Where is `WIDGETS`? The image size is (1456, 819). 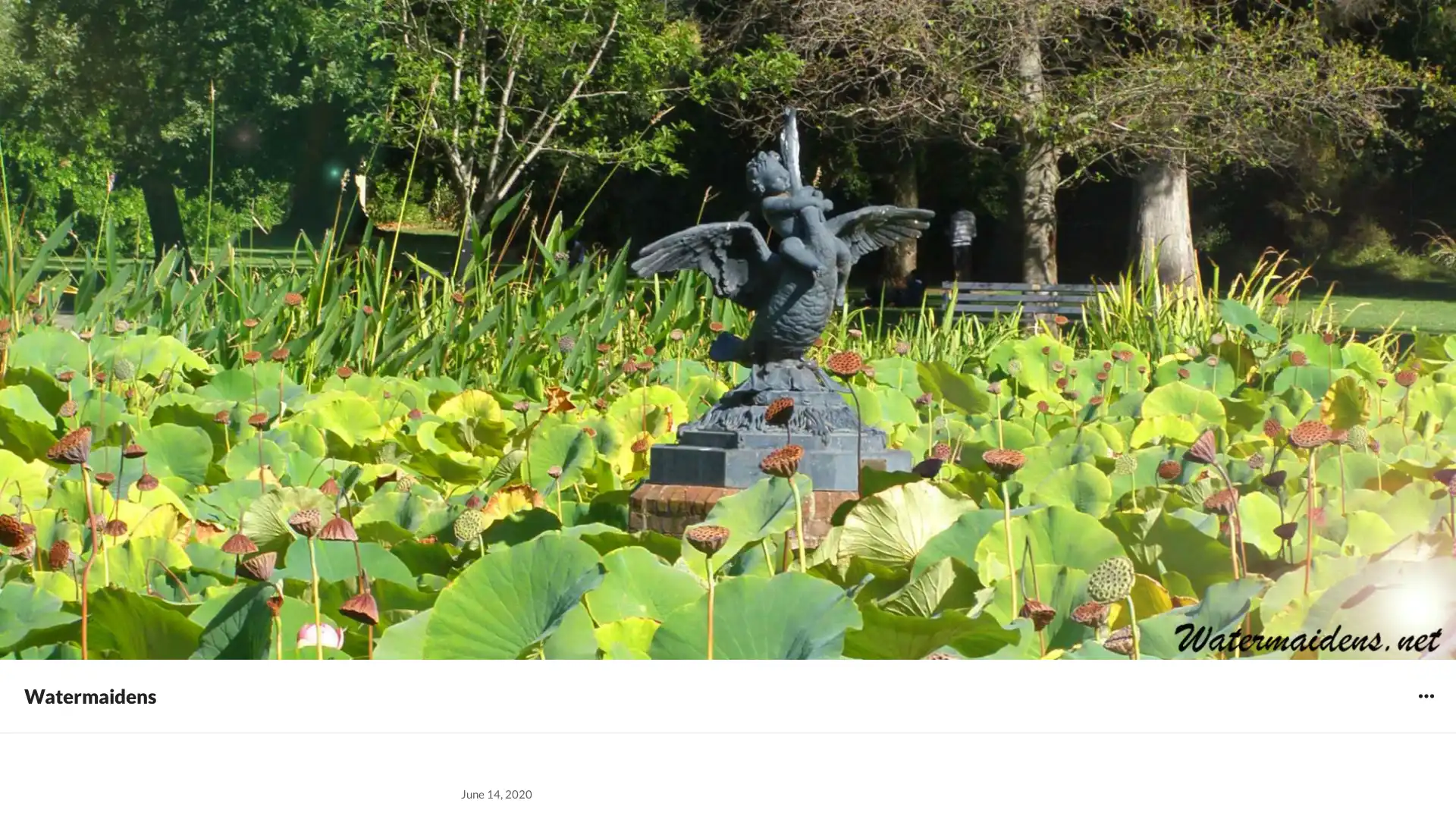
WIDGETS is located at coordinates (1425, 695).